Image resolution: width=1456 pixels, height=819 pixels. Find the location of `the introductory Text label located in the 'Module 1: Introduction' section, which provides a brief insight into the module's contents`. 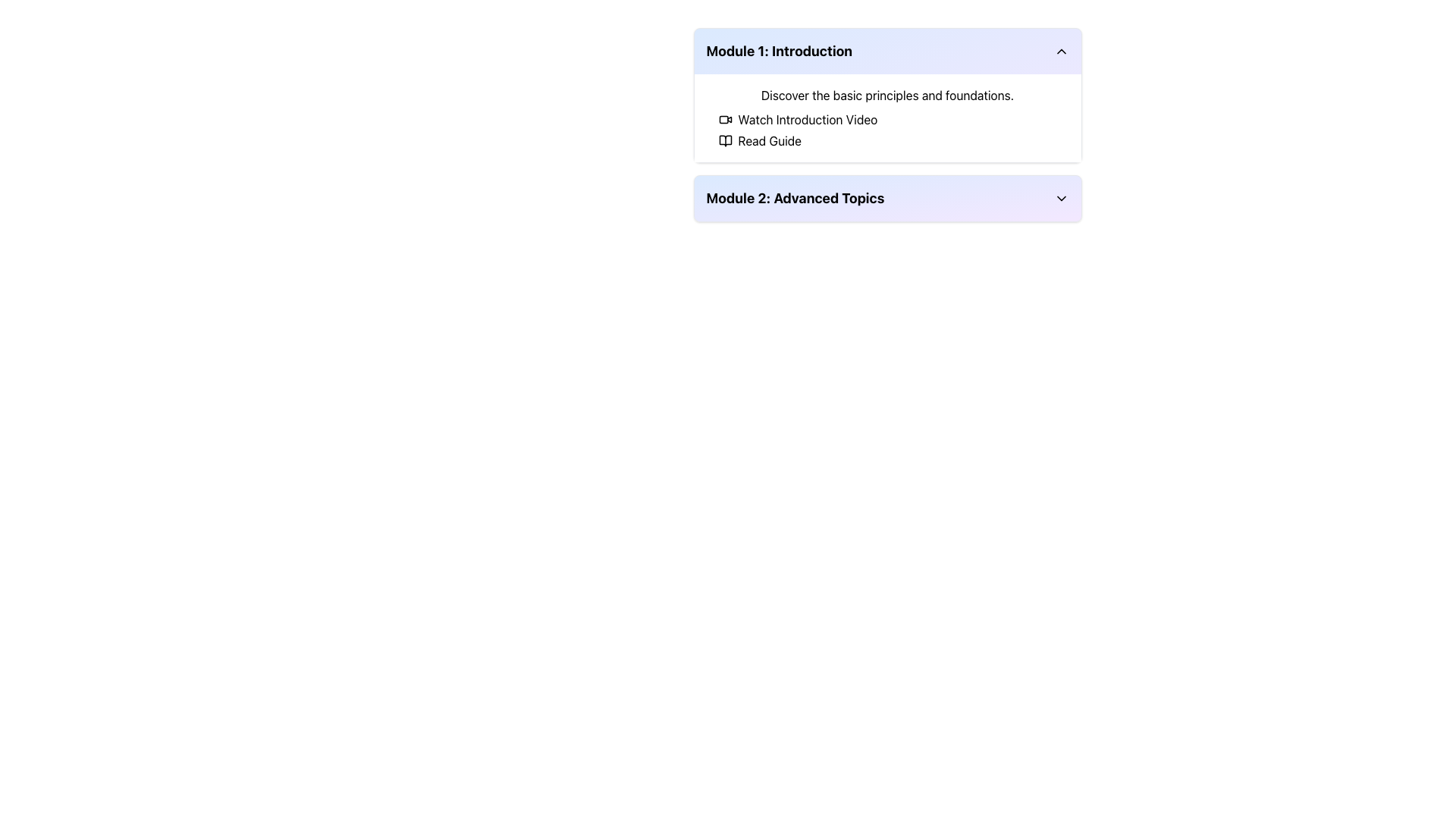

the introductory Text label located in the 'Module 1: Introduction' section, which provides a brief insight into the module's contents is located at coordinates (887, 96).